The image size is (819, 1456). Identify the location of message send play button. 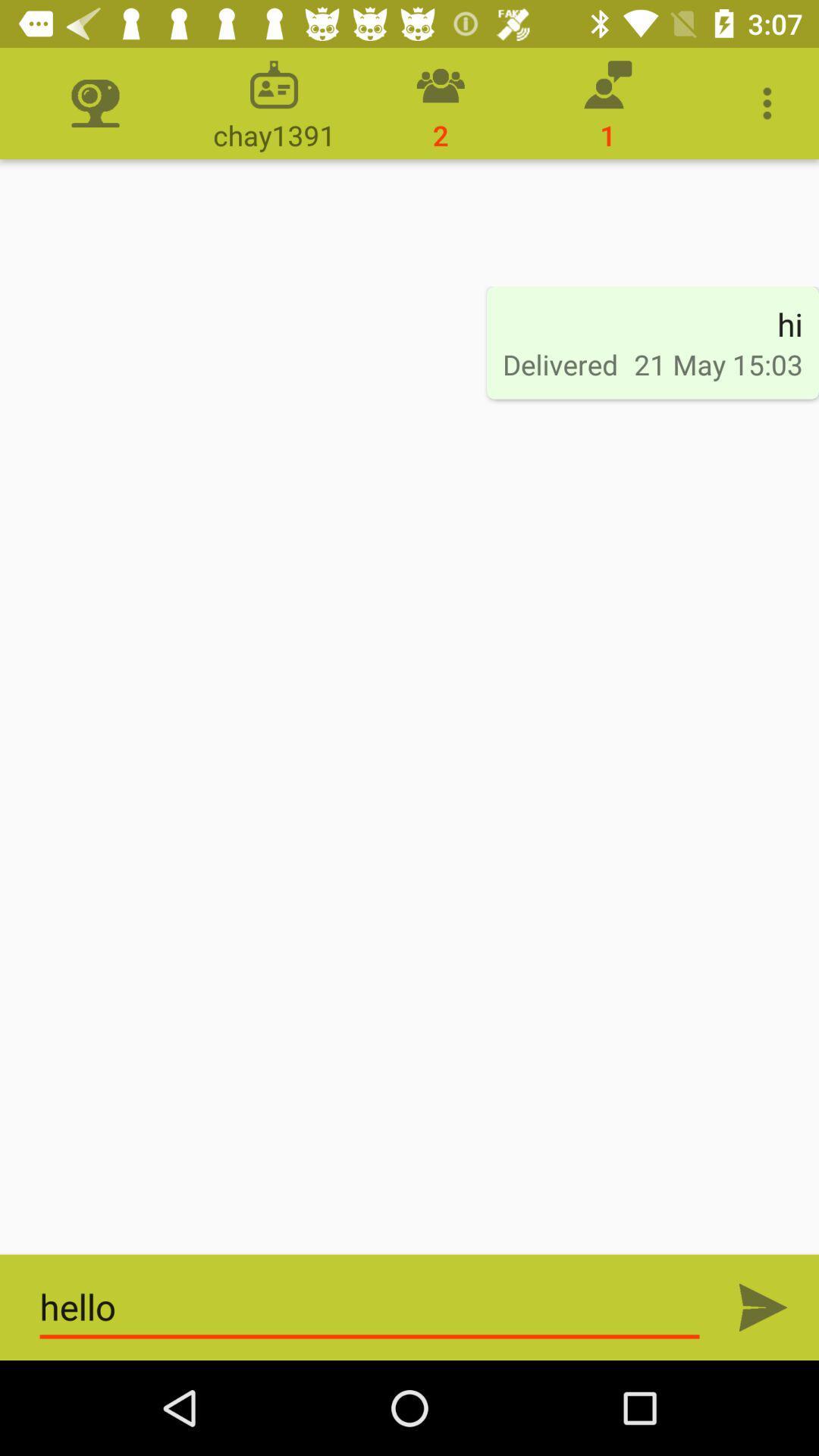
(763, 1307).